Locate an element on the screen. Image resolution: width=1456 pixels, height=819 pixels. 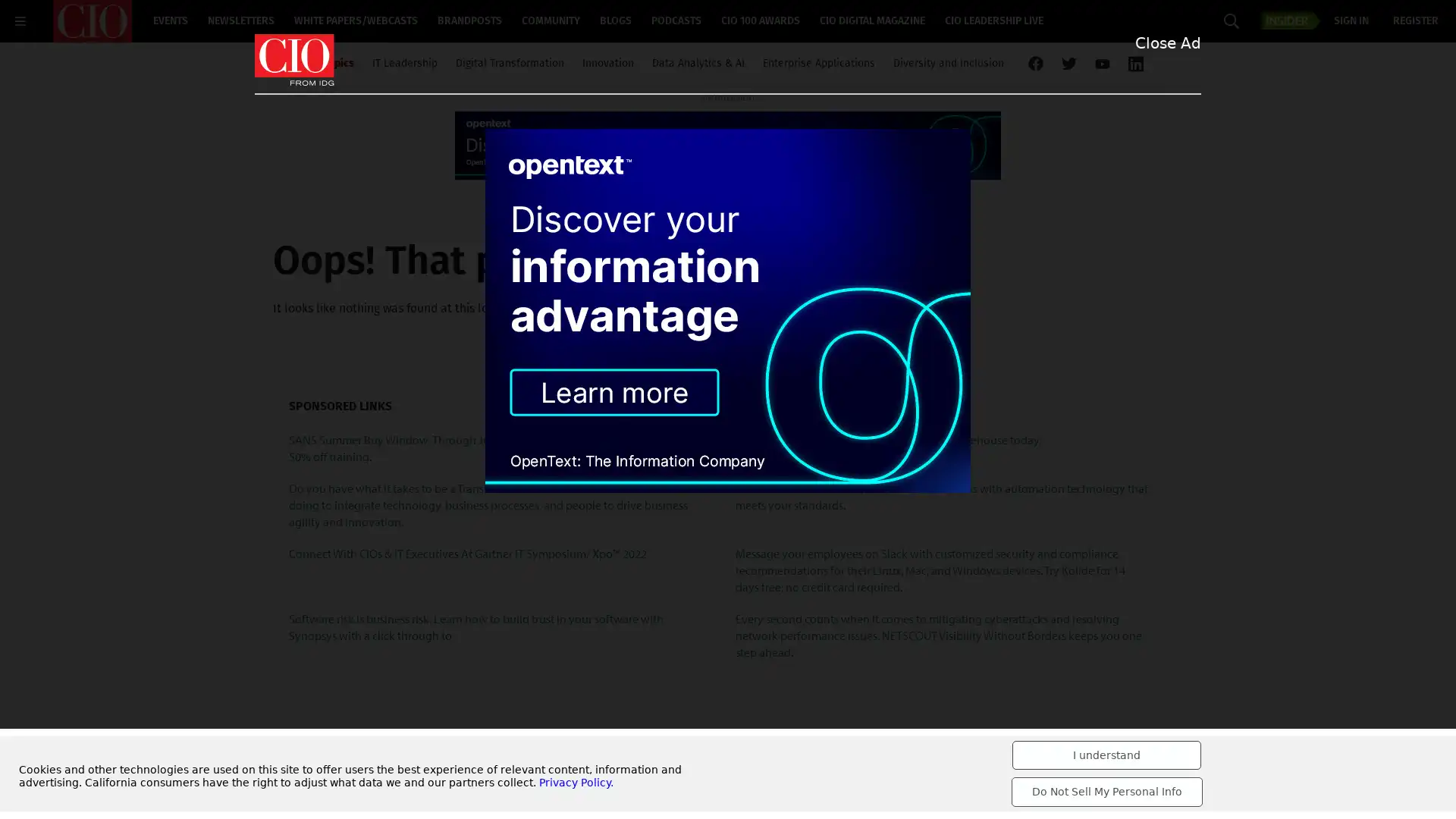
REGISTER is located at coordinates (1415, 21).